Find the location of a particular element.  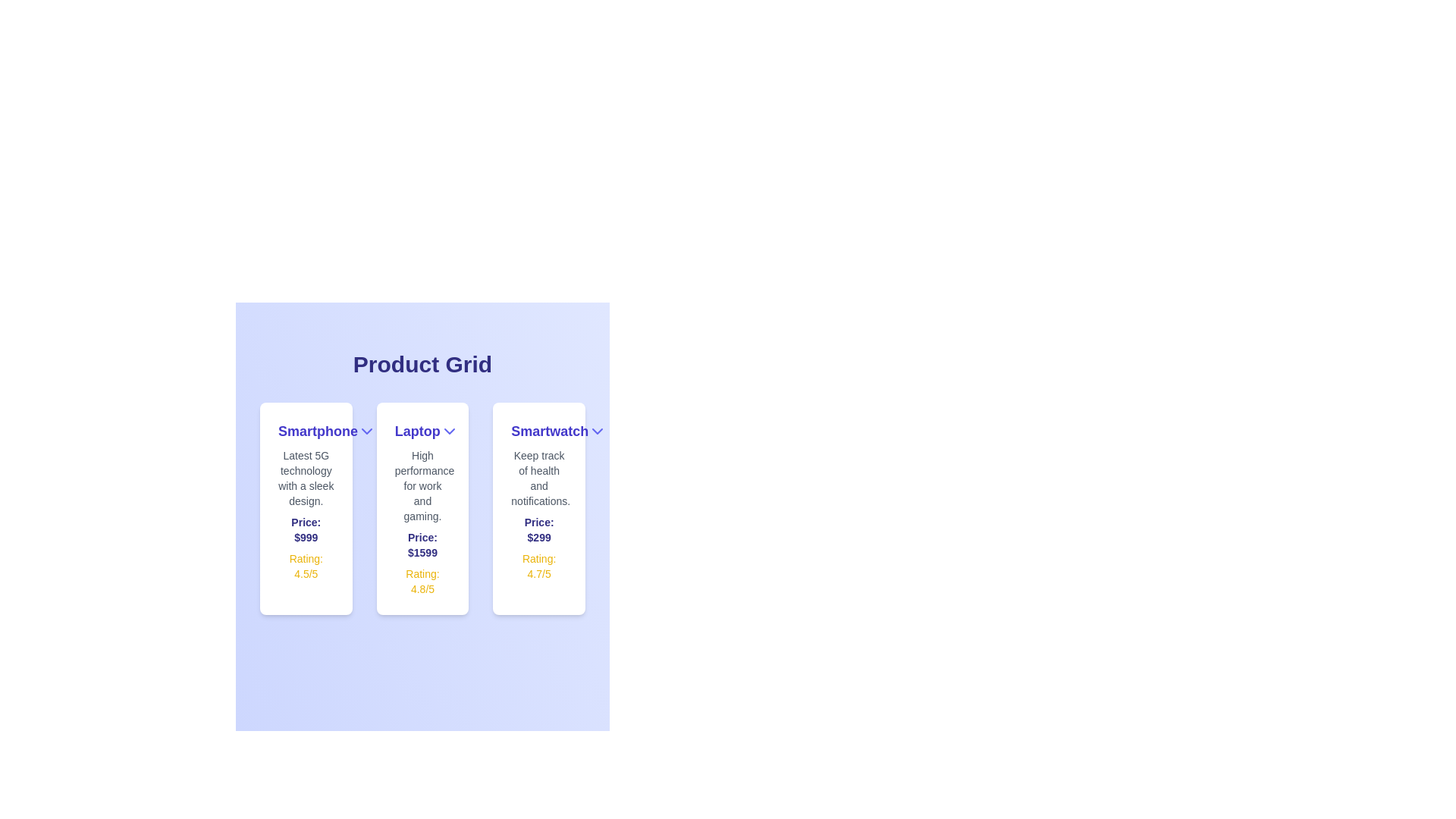

the Text header that serves as a title for the product section, indicating the section's purpose above the product cards is located at coordinates (422, 365).